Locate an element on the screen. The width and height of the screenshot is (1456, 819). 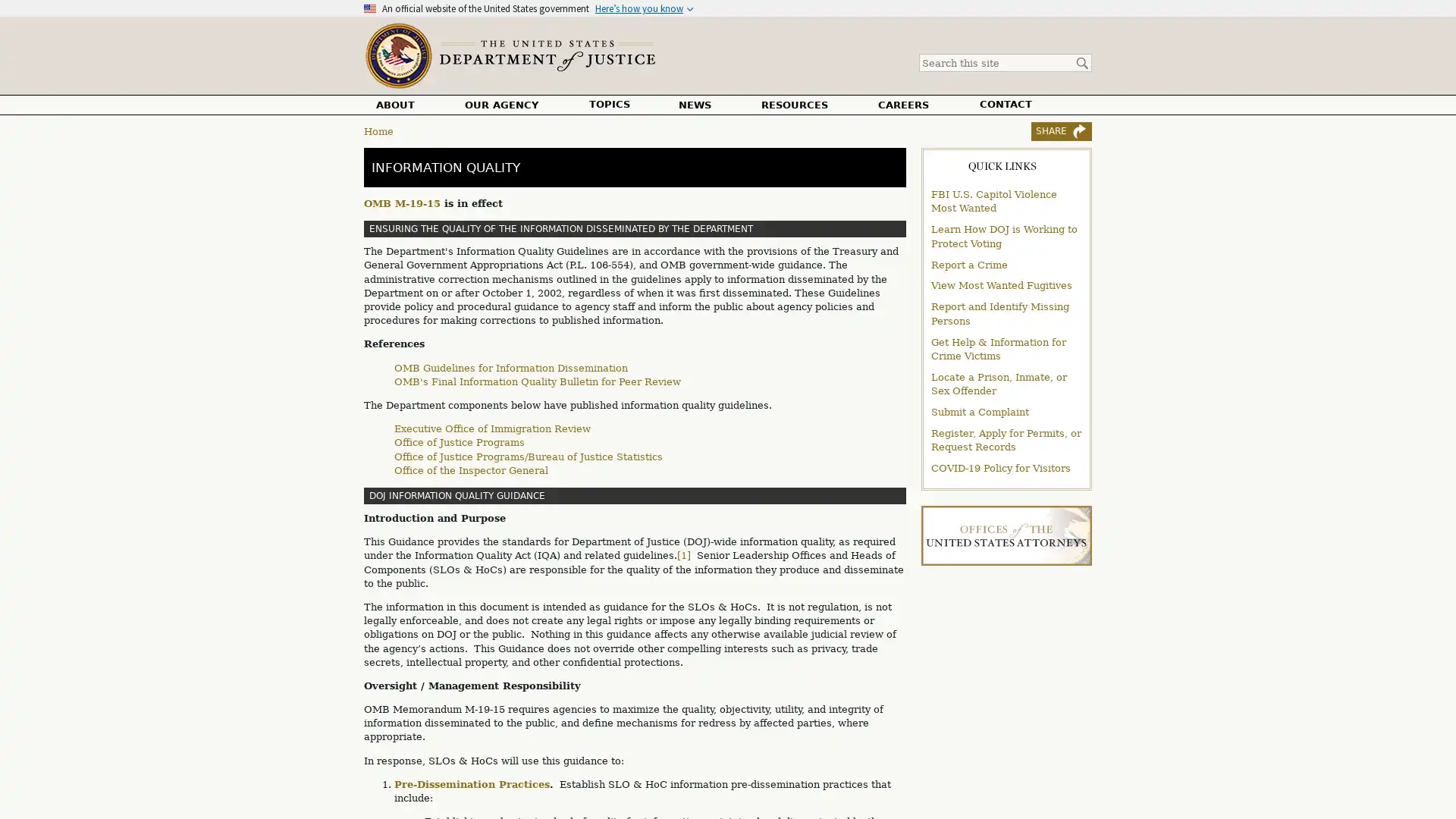
Search is located at coordinates (1081, 63).